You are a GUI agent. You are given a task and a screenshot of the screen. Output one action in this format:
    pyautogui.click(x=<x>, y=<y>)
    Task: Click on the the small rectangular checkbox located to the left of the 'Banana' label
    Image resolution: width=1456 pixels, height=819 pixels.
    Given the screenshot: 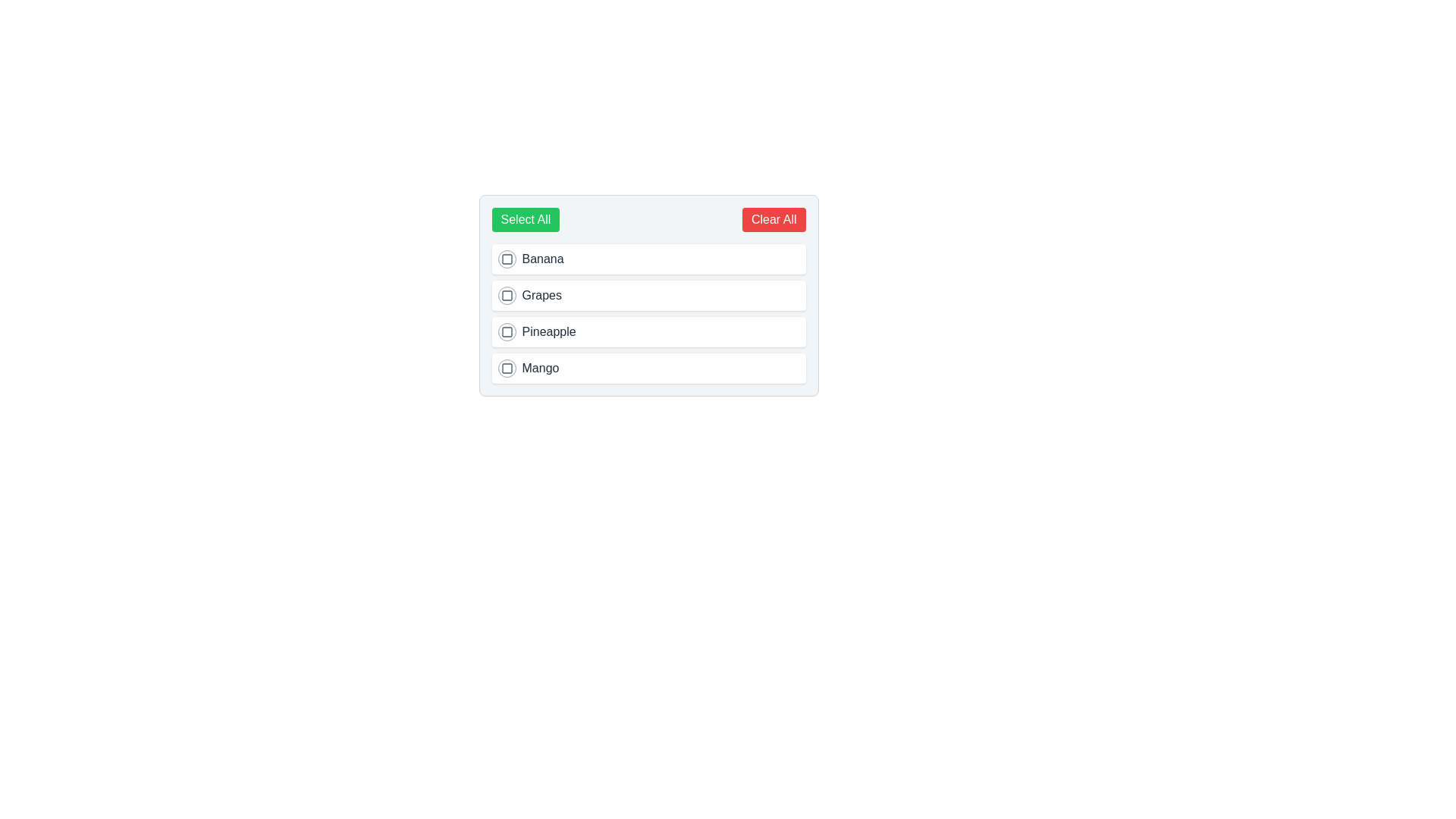 What is the action you would take?
    pyautogui.click(x=507, y=259)
    